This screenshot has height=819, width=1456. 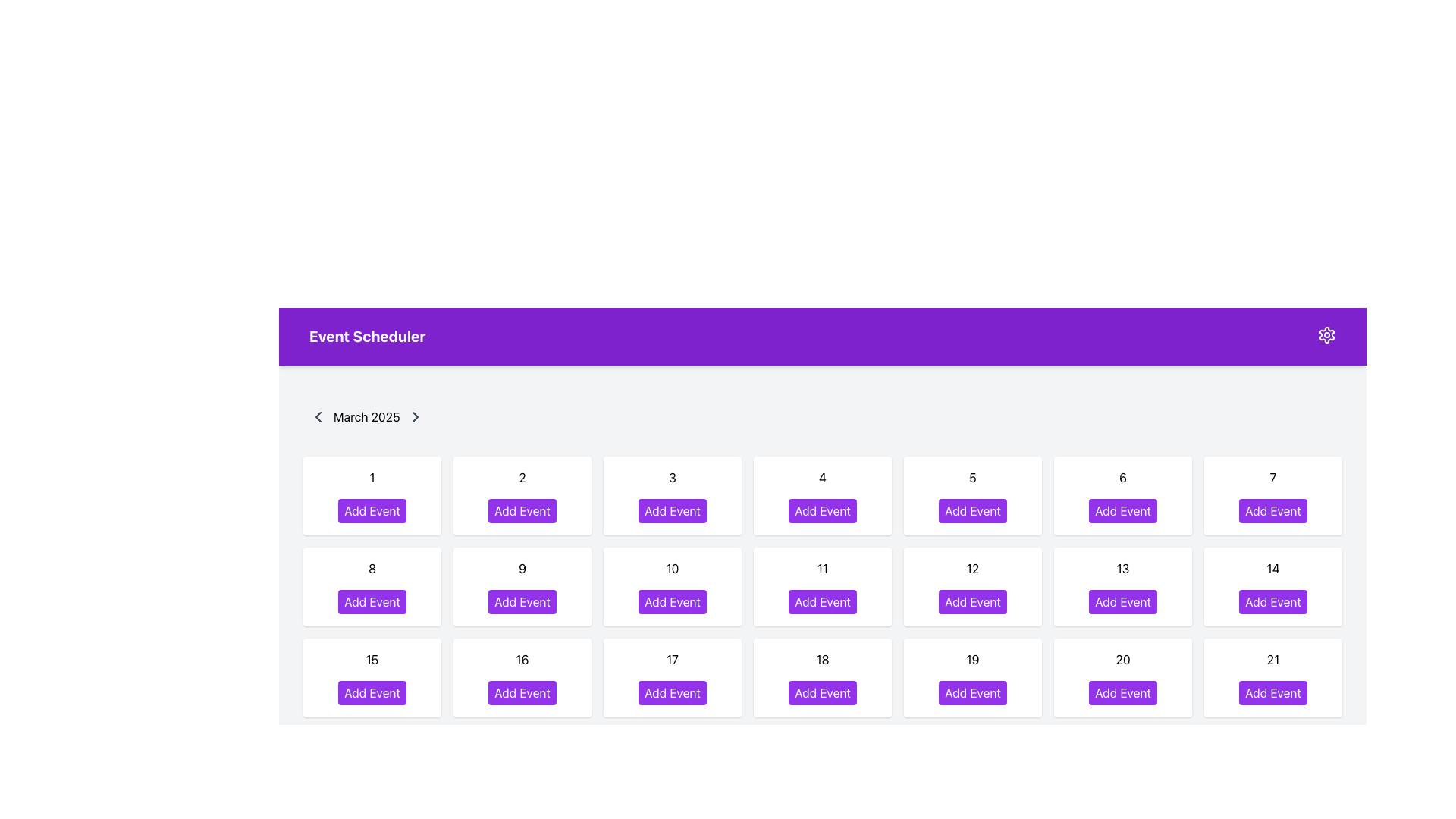 I want to click on the 'Add Event' button located in the sixth row and sixth column of the calendar interface under 'March 2025' to schedule an event for the date represented by day 20, so click(x=1123, y=693).